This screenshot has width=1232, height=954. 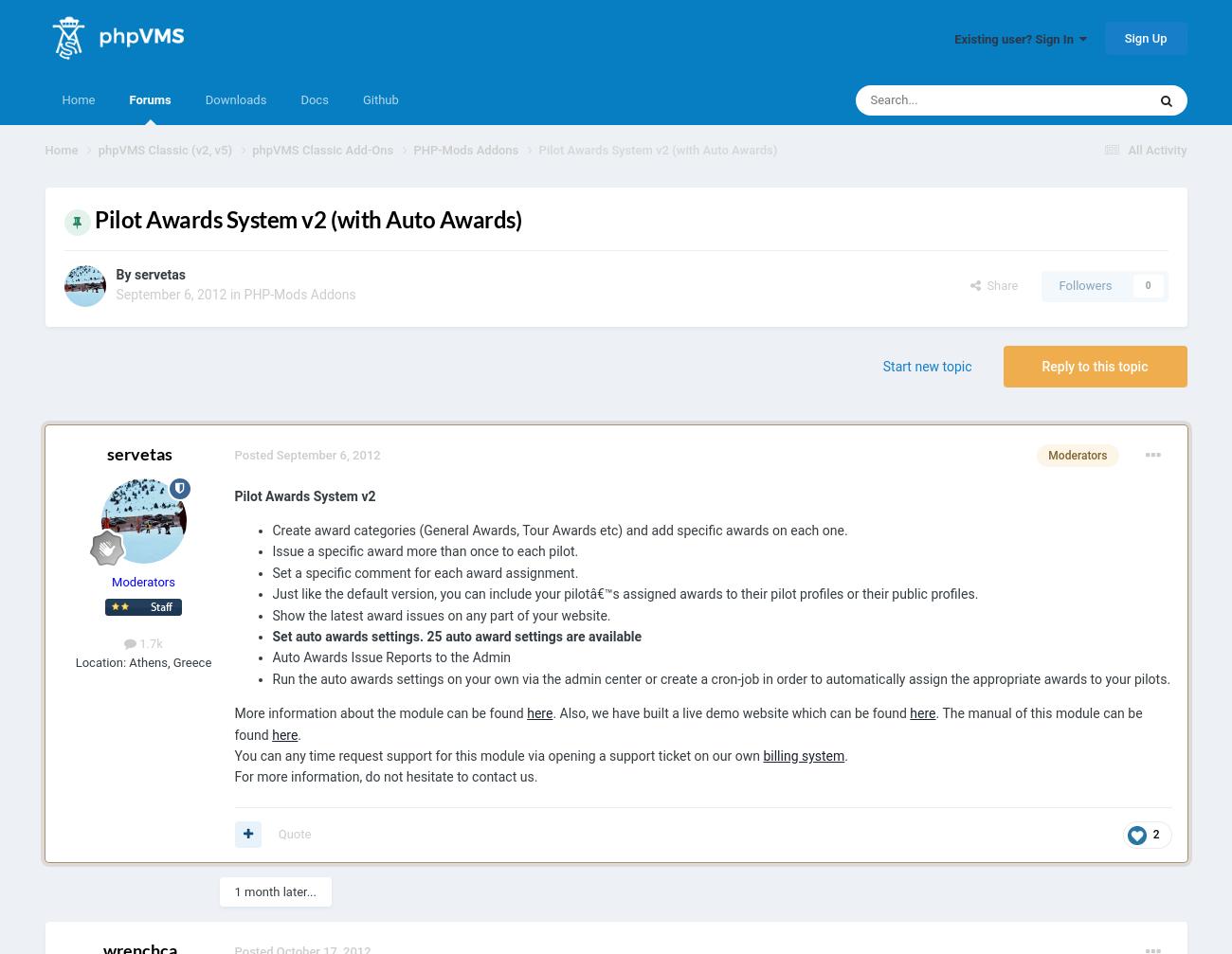 What do you see at coordinates (234, 99) in the screenshot?
I see `'Downloads'` at bounding box center [234, 99].